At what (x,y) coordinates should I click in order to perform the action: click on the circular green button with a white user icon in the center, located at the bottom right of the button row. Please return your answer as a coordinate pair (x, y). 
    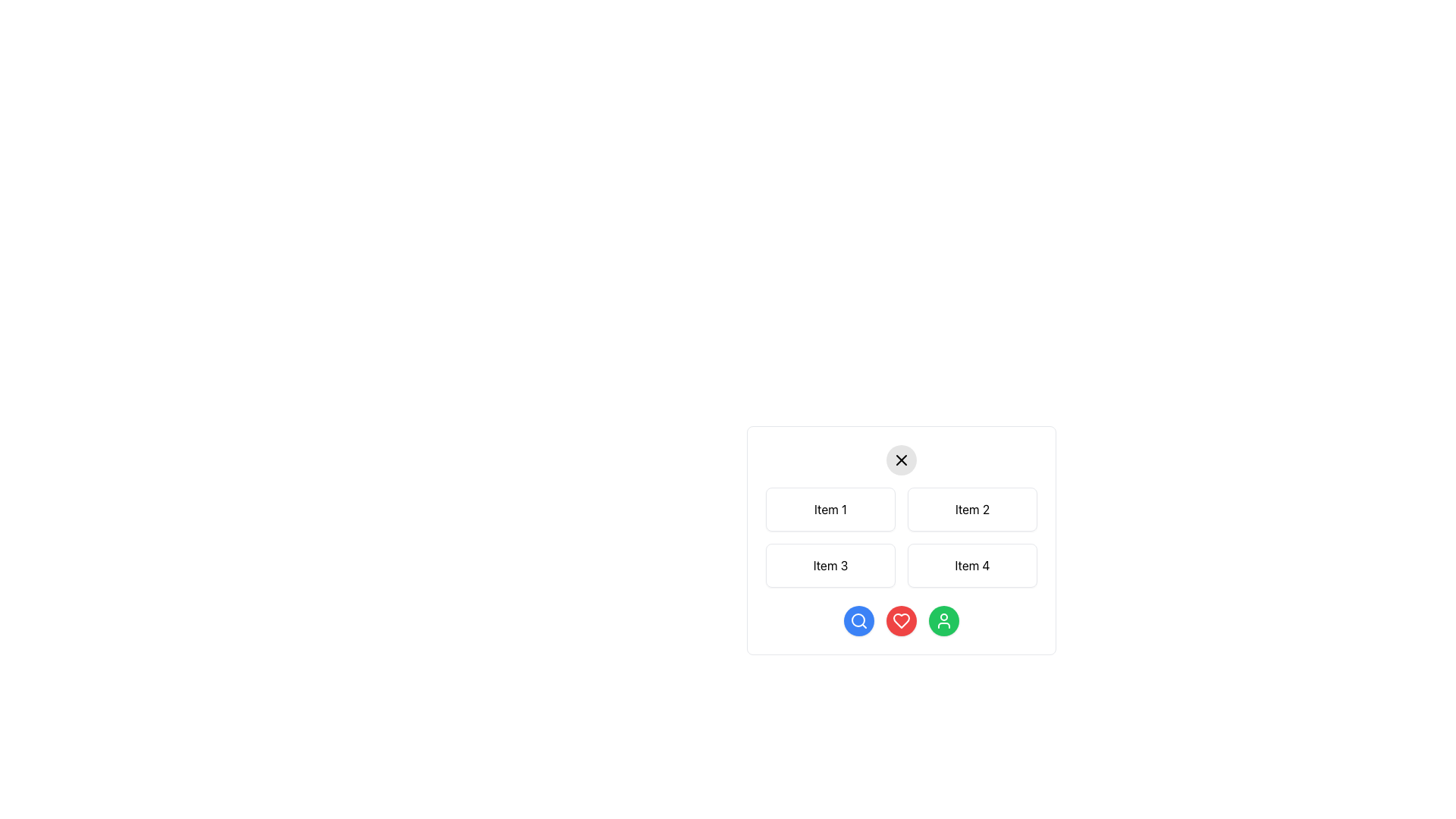
    Looking at the image, I should click on (943, 620).